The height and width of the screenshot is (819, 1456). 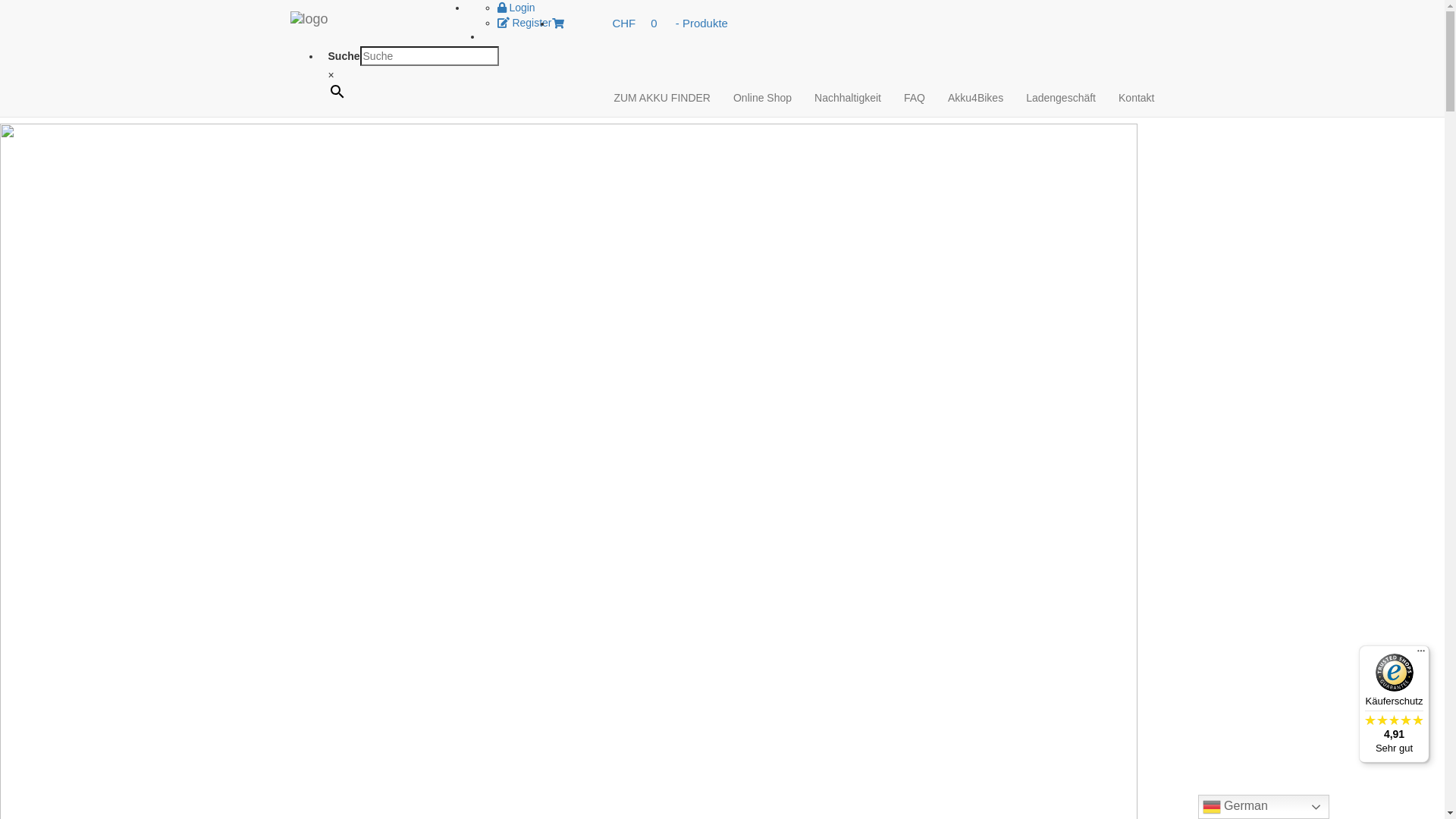 I want to click on 'Register', so click(x=524, y=23).